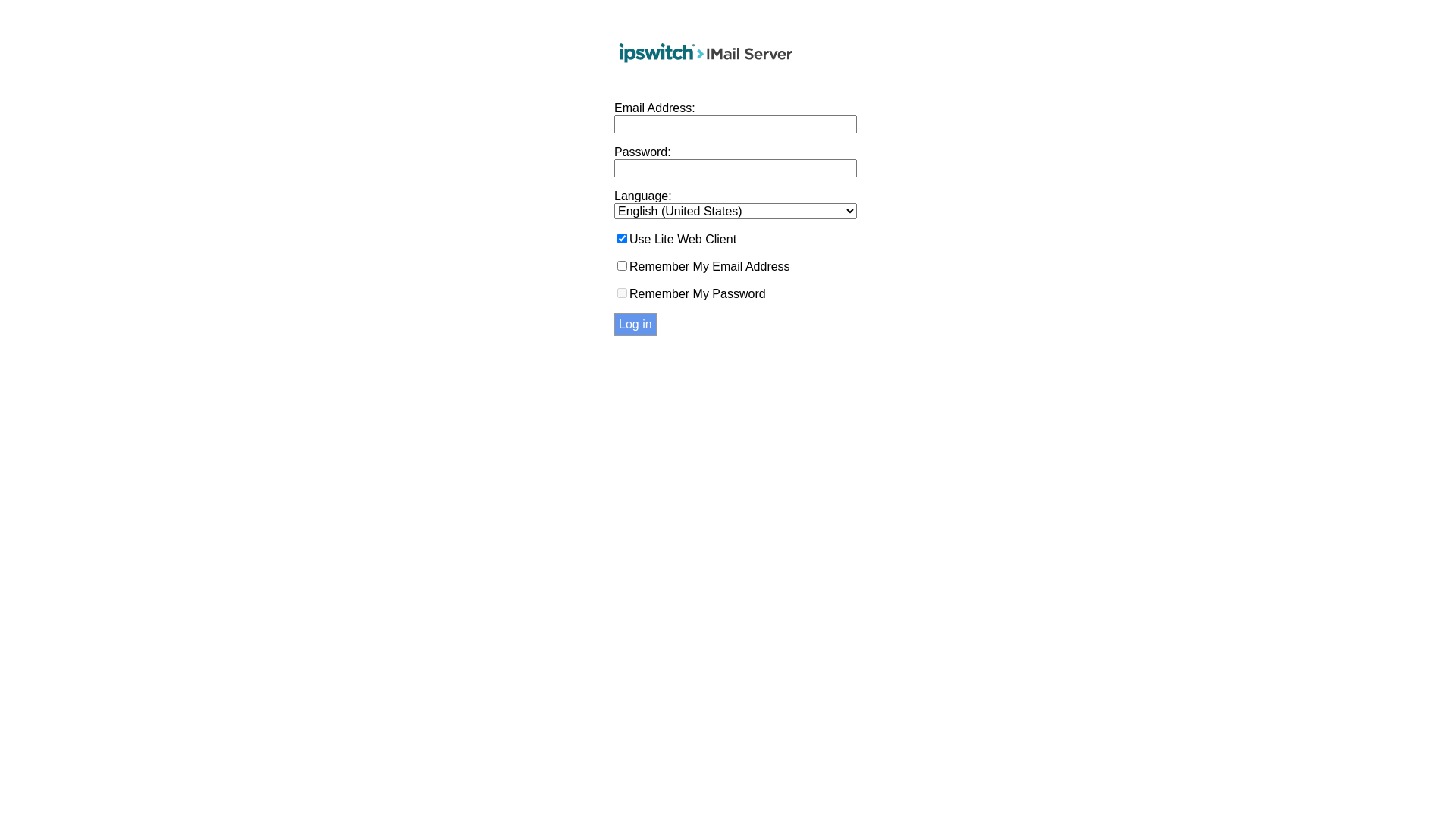 Image resolution: width=1456 pixels, height=819 pixels. What do you see at coordinates (622, 265) in the screenshot?
I see `'on'` at bounding box center [622, 265].